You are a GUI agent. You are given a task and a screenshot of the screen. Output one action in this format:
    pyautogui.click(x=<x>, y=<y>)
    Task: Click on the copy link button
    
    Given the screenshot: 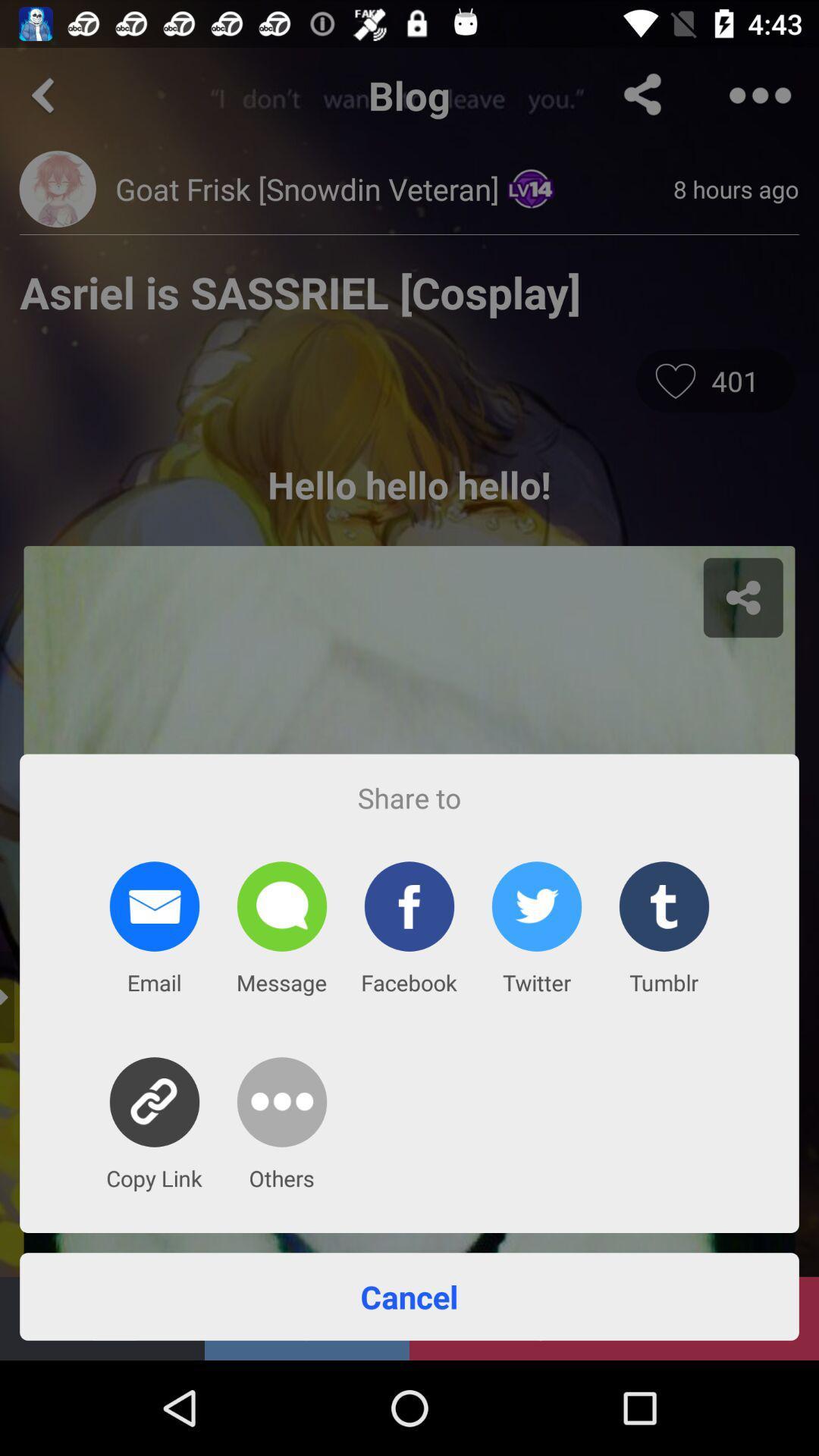 What is the action you would take?
    pyautogui.click(x=155, y=1102)
    